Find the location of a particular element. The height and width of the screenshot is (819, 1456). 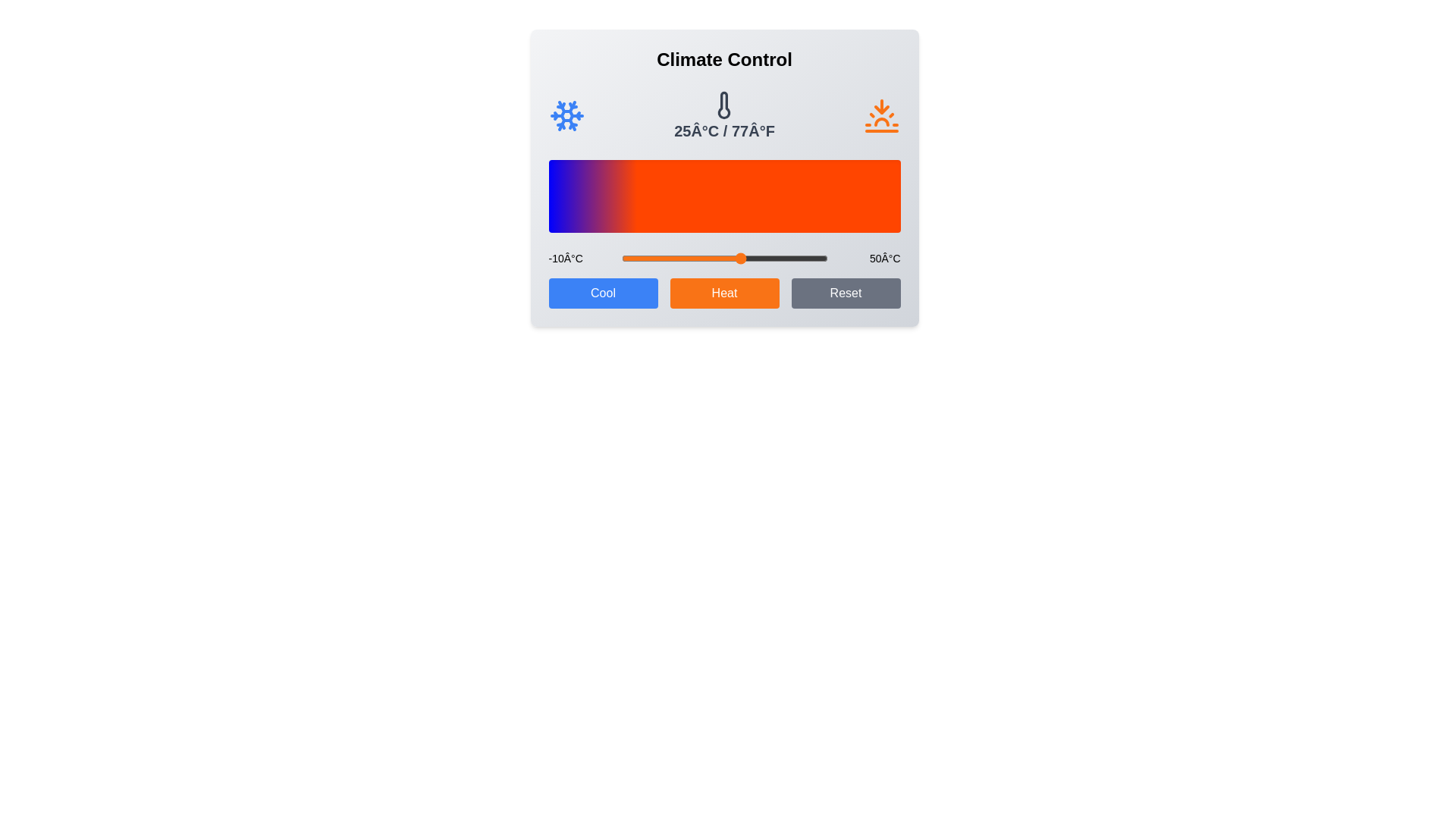

the temperature slider to 33 degrees Celsius is located at coordinates (769, 257).